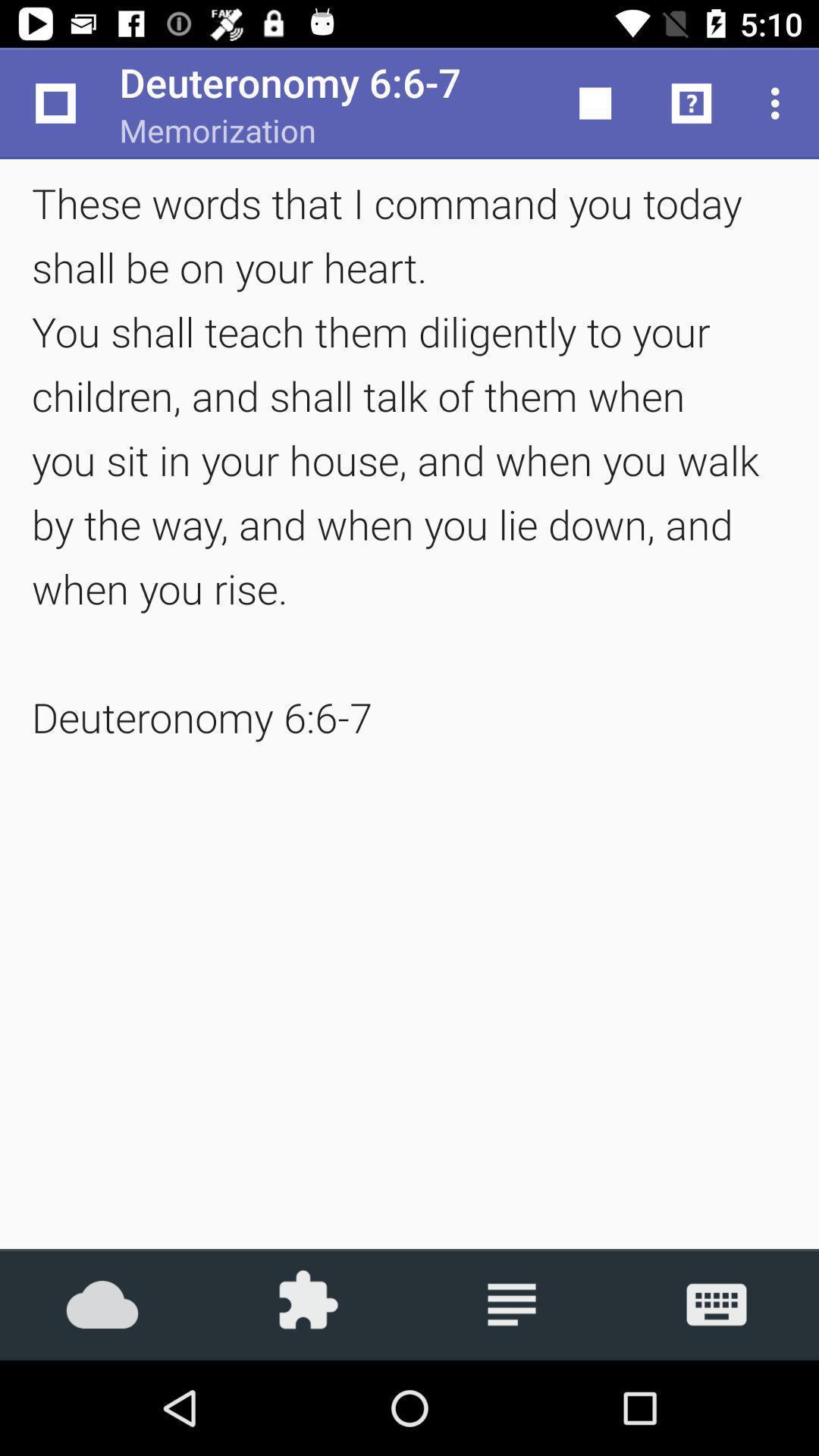  What do you see at coordinates (55, 102) in the screenshot?
I see `the app next to memorization item` at bounding box center [55, 102].